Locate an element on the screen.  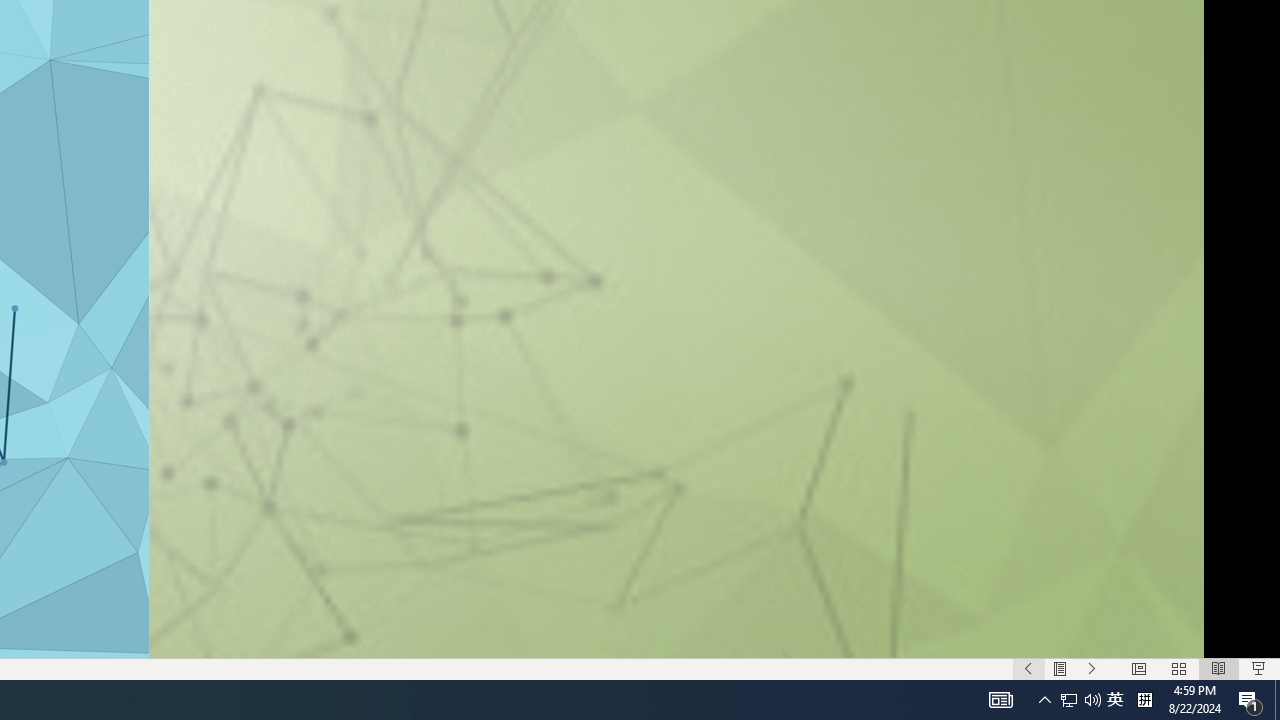
'Slide Show Next On' is located at coordinates (1091, 669).